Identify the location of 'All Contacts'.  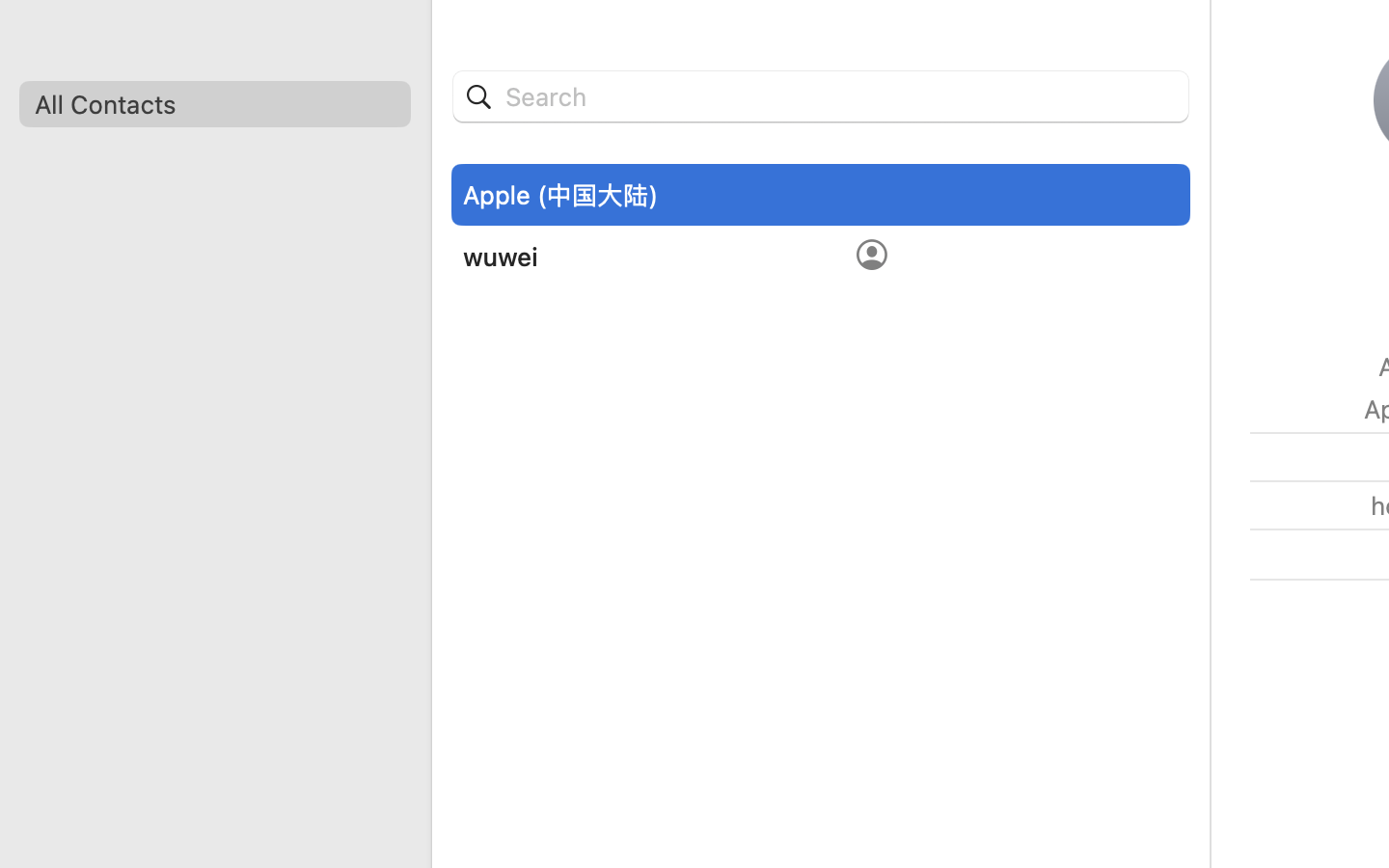
(215, 103).